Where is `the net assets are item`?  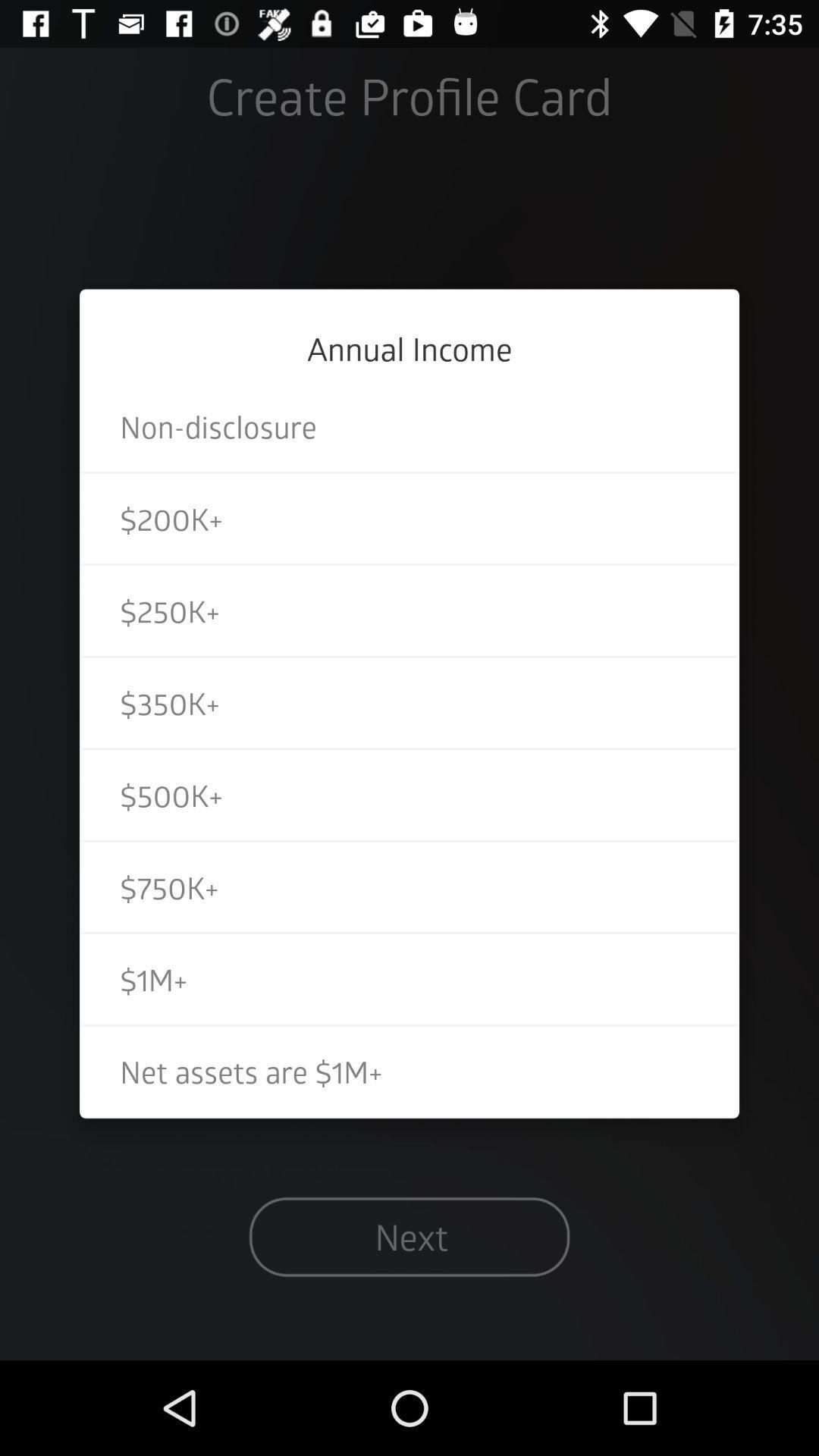
the net assets are item is located at coordinates (409, 1070).